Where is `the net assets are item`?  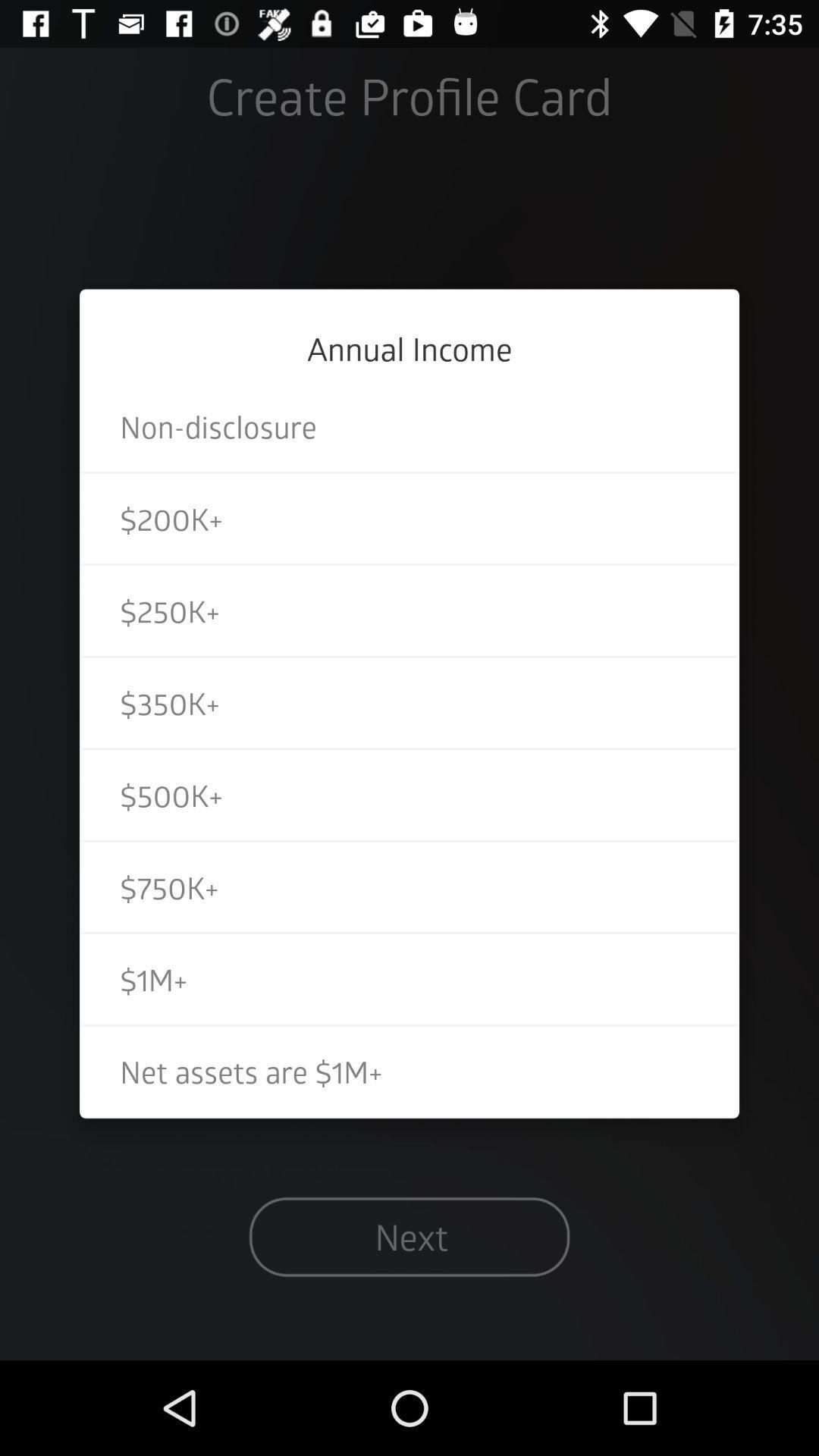
the net assets are item is located at coordinates (409, 1070).